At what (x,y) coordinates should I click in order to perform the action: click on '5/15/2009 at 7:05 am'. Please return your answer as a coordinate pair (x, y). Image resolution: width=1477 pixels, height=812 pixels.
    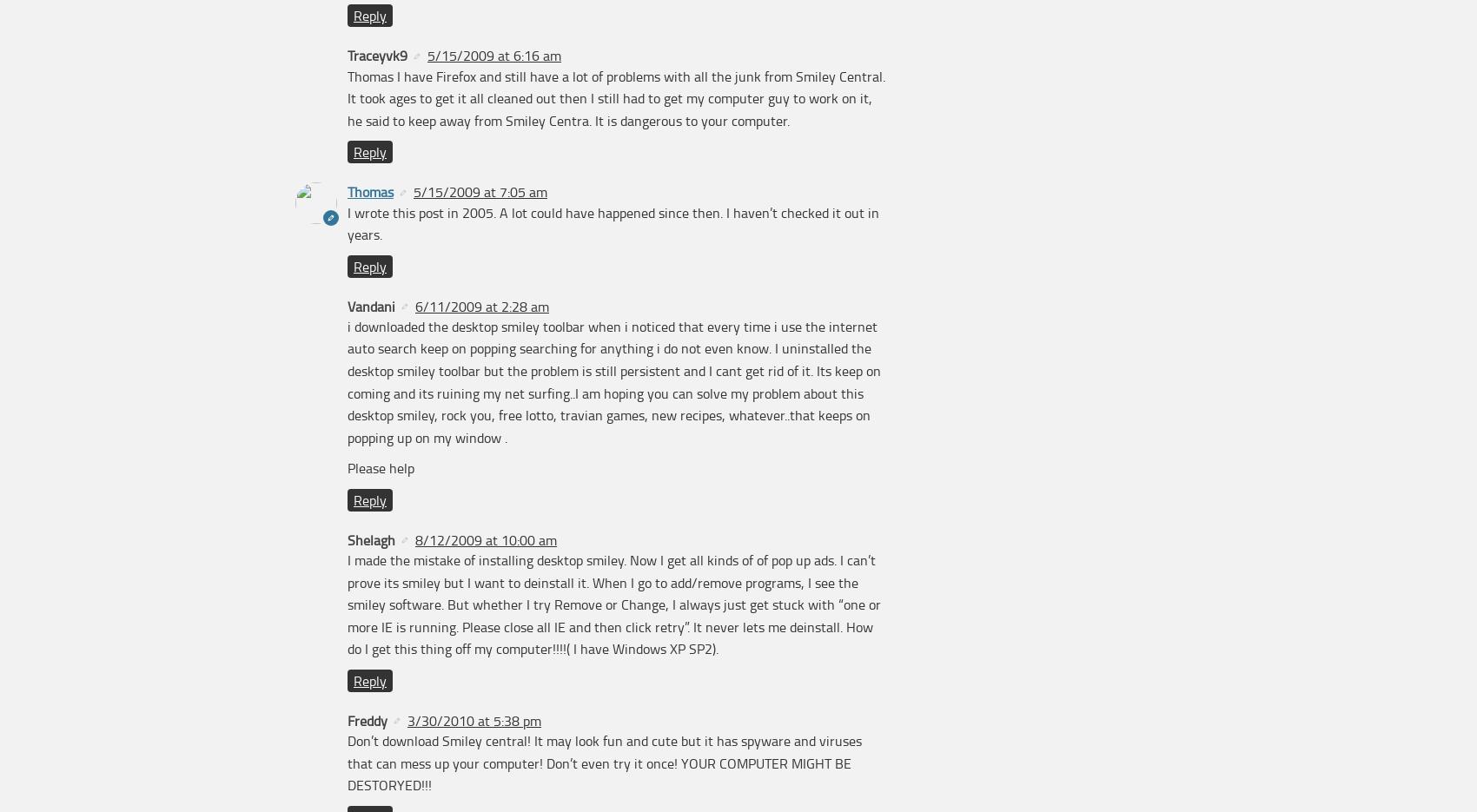
    Looking at the image, I should click on (480, 192).